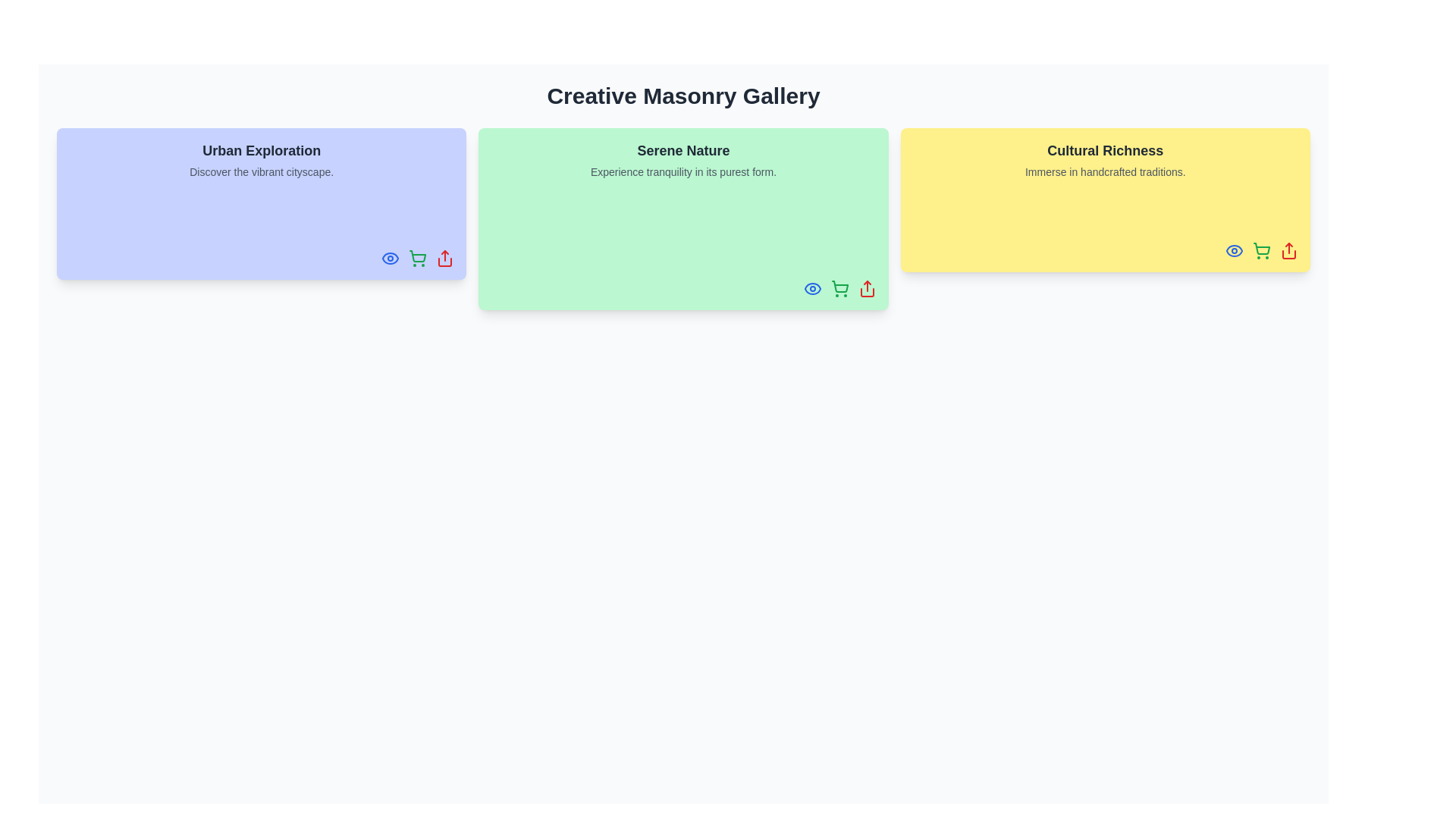 The width and height of the screenshot is (1456, 819). What do you see at coordinates (811, 289) in the screenshot?
I see `outer contour of the eye-shaped icon located at the bottom-right corner of the 'Serene Nature' card` at bounding box center [811, 289].